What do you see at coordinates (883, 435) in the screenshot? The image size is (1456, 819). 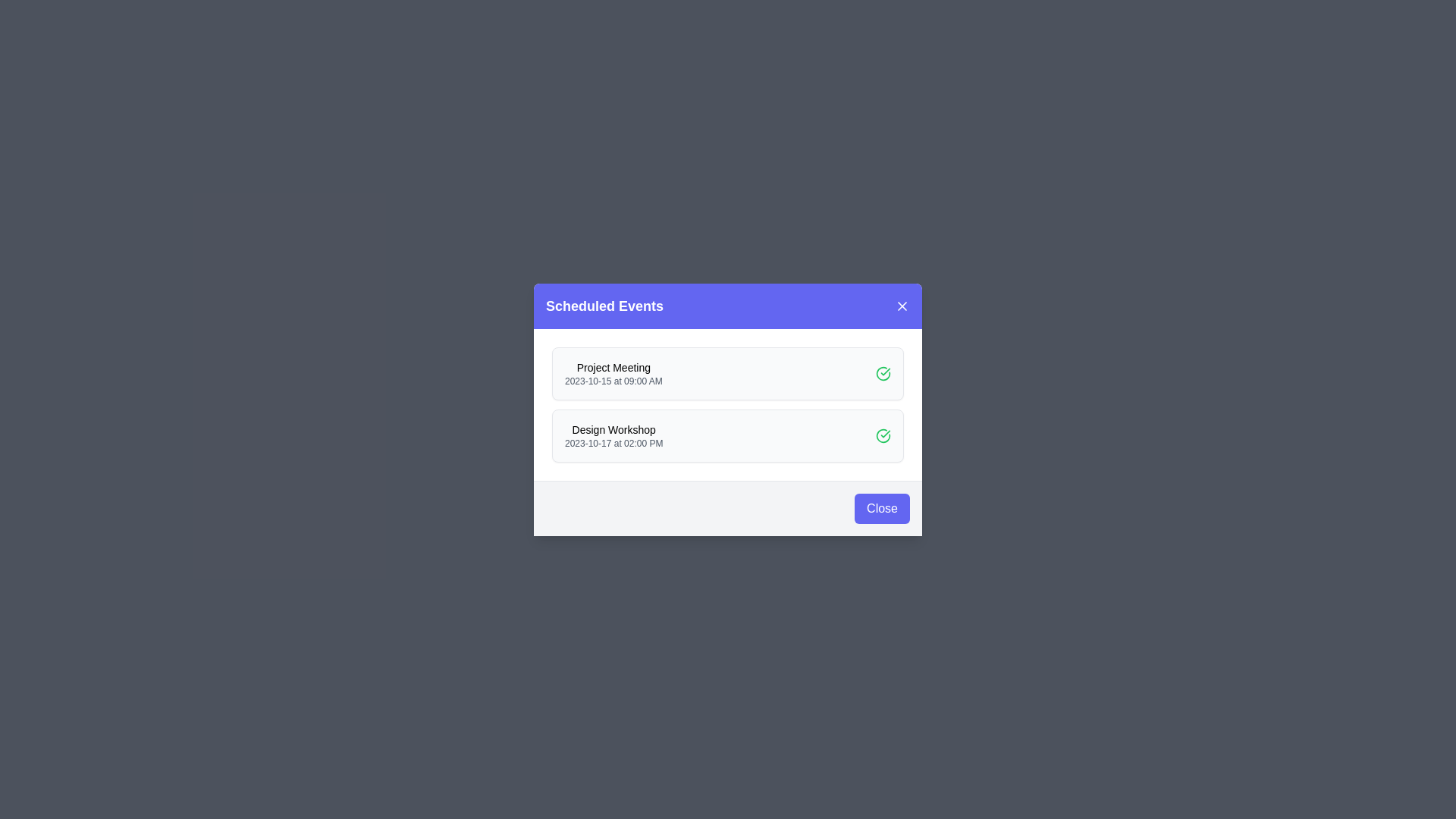 I see `the circular icon representing the checkmark for the 'Project Meeting' to indicate it as scheduled or completed` at bounding box center [883, 435].